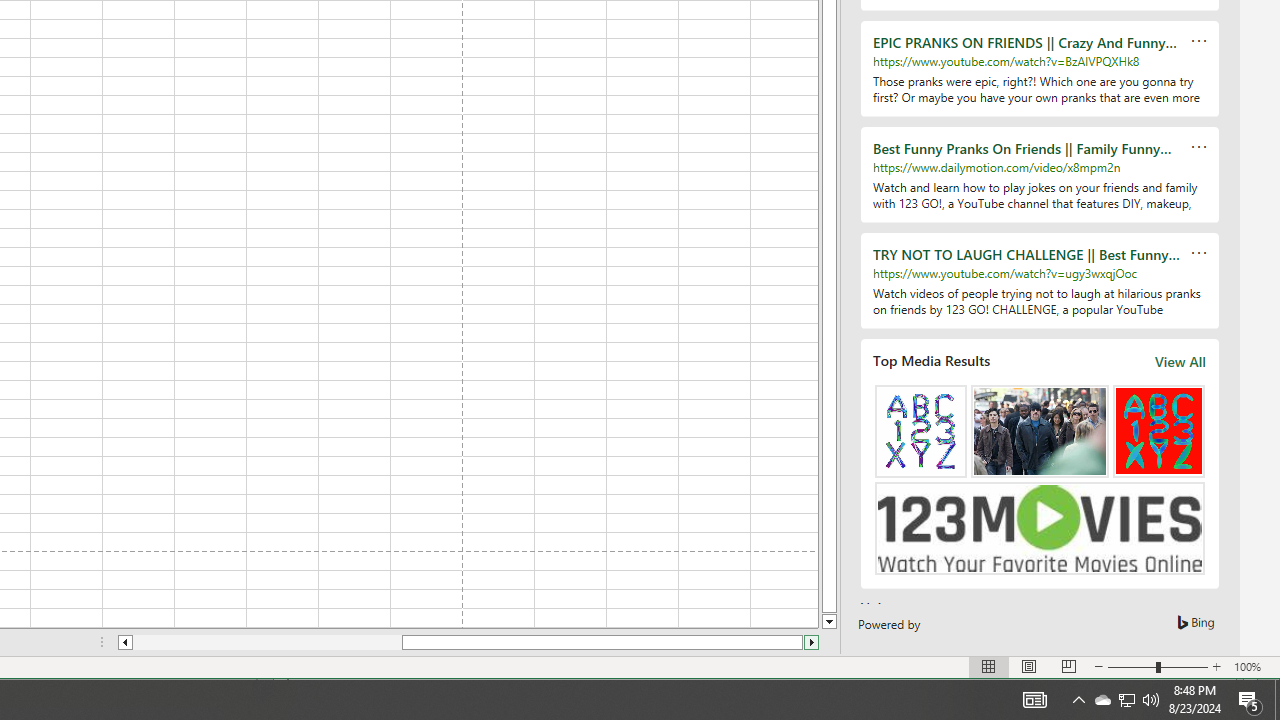 The width and height of the screenshot is (1280, 720). Describe the element at coordinates (1216, 667) in the screenshot. I see `'Zoom In'` at that location.